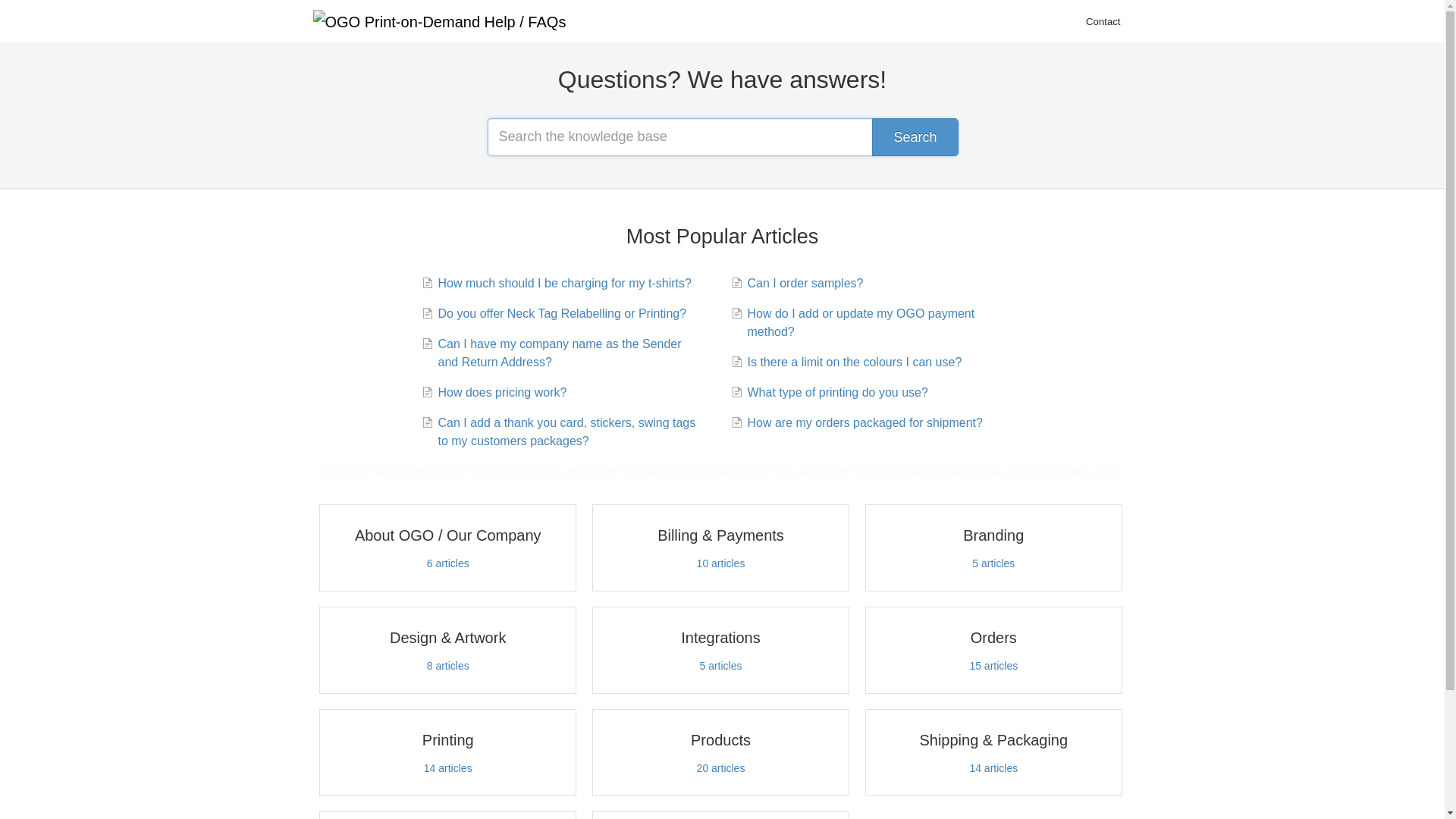 This screenshot has height=819, width=1456. I want to click on 'Search', so click(914, 137).